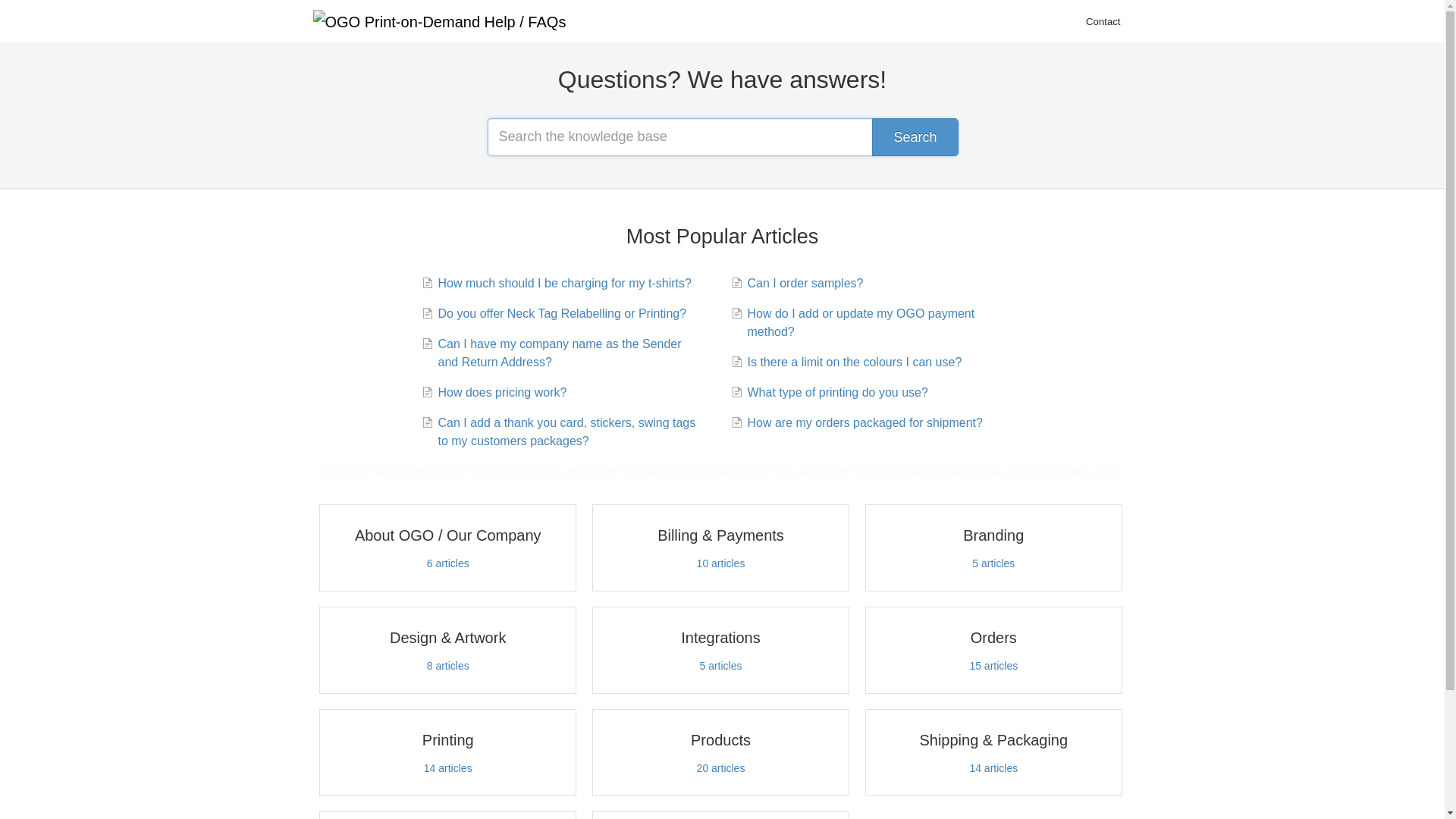 This screenshot has height=819, width=1456. I want to click on 'Search', so click(914, 137).